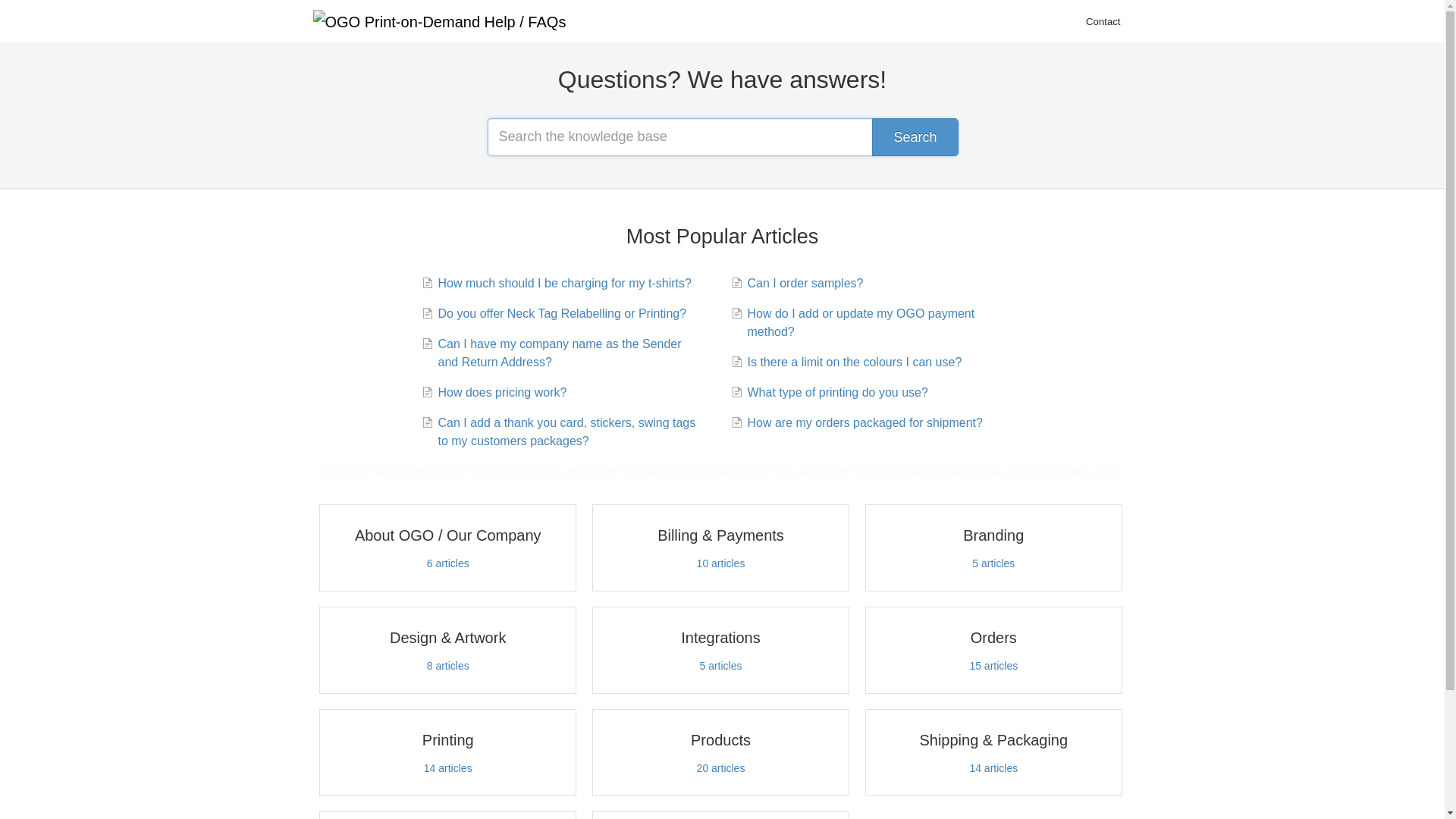 This screenshot has height=819, width=1456. I want to click on 'Search', so click(914, 137).